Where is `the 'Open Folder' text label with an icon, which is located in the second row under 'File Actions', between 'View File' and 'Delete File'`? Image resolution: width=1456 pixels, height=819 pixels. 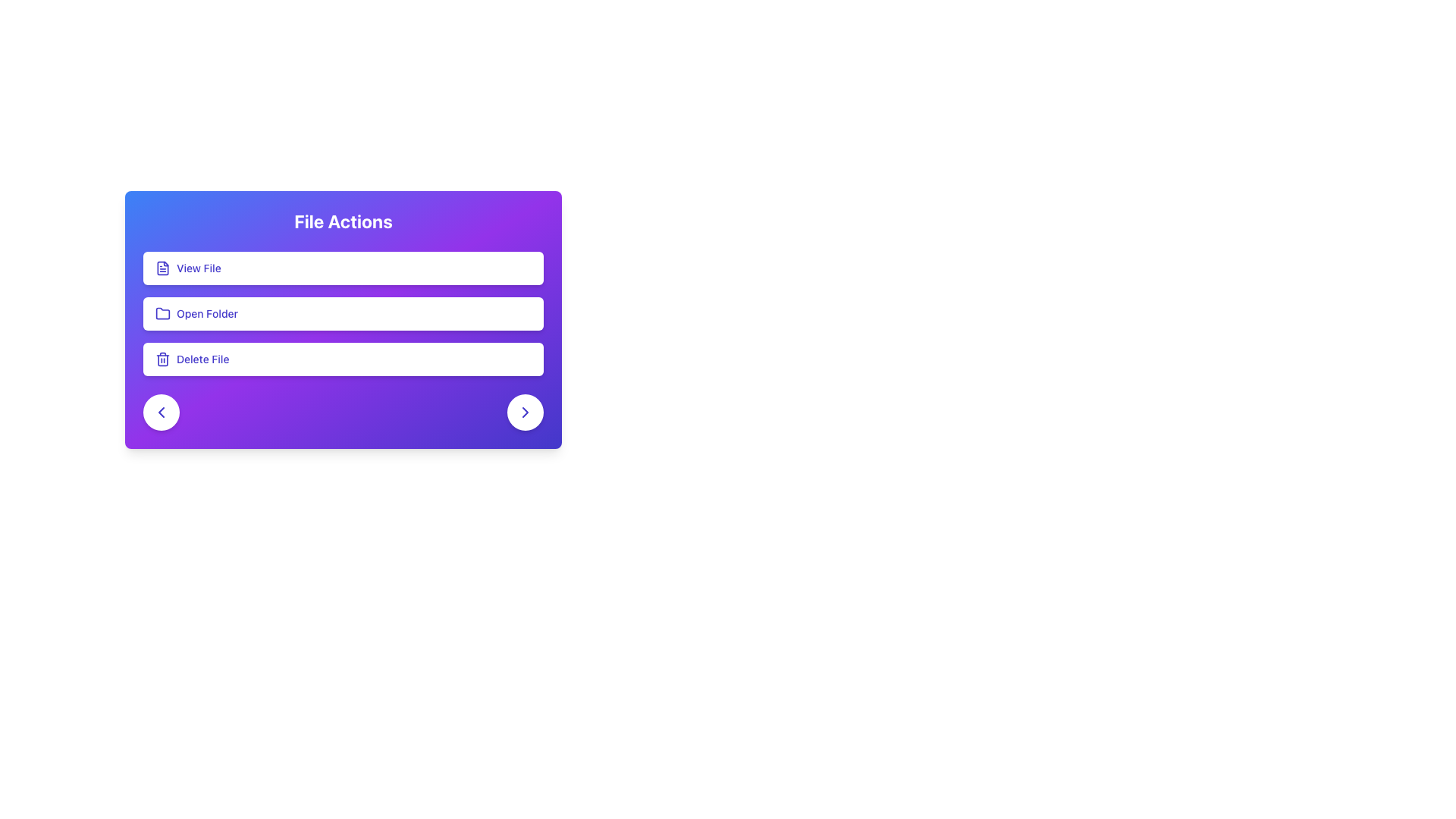 the 'Open Folder' text label with an icon, which is located in the second row under 'File Actions', between 'View File' and 'Delete File' is located at coordinates (196, 312).